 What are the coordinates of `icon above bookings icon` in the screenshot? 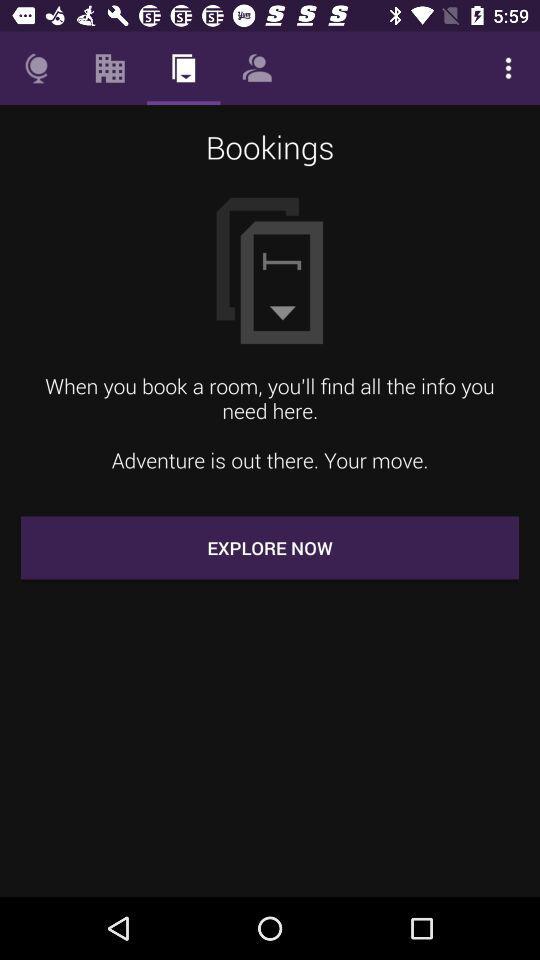 It's located at (257, 68).